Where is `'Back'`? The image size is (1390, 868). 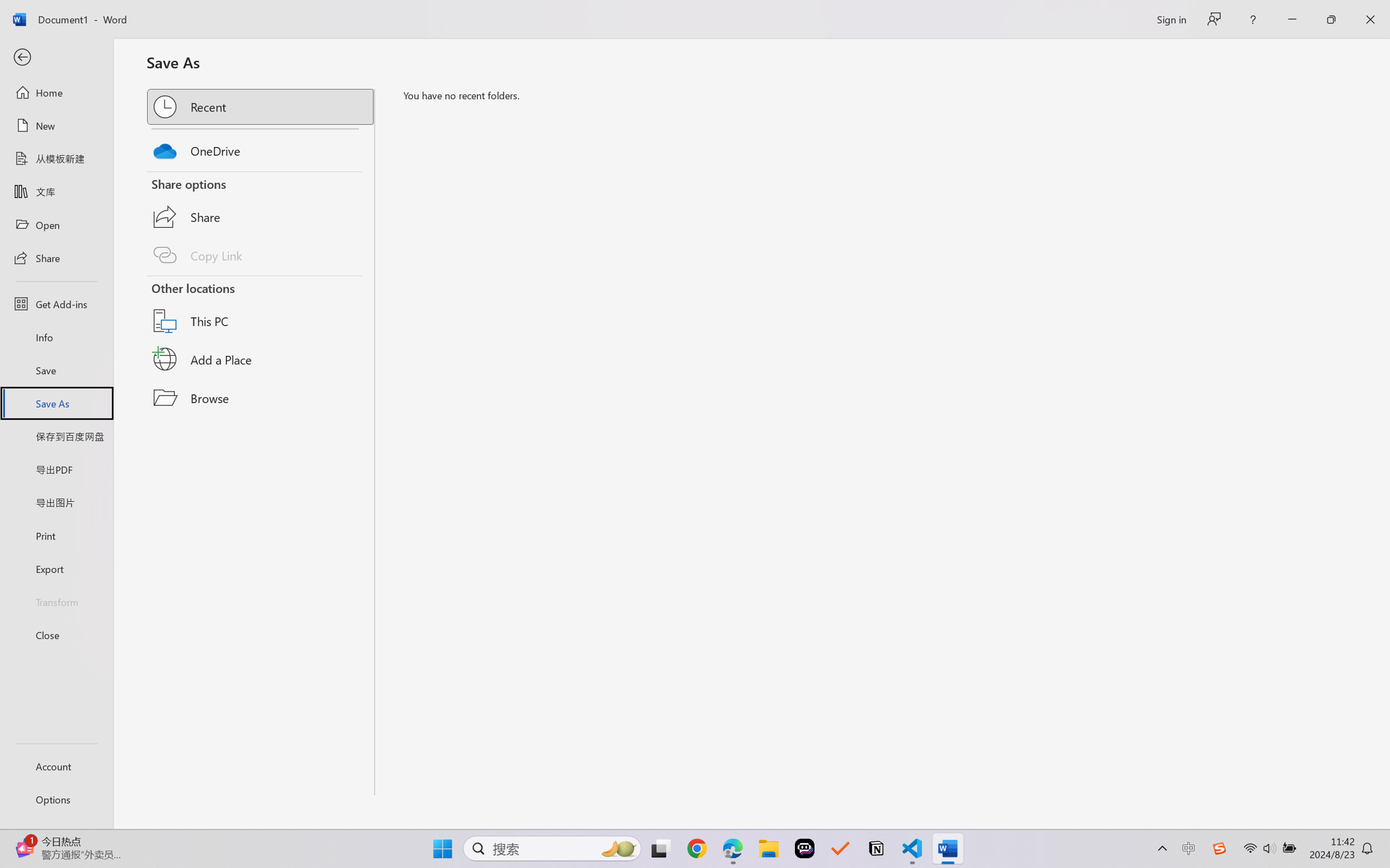
'Back' is located at coordinates (56, 57).